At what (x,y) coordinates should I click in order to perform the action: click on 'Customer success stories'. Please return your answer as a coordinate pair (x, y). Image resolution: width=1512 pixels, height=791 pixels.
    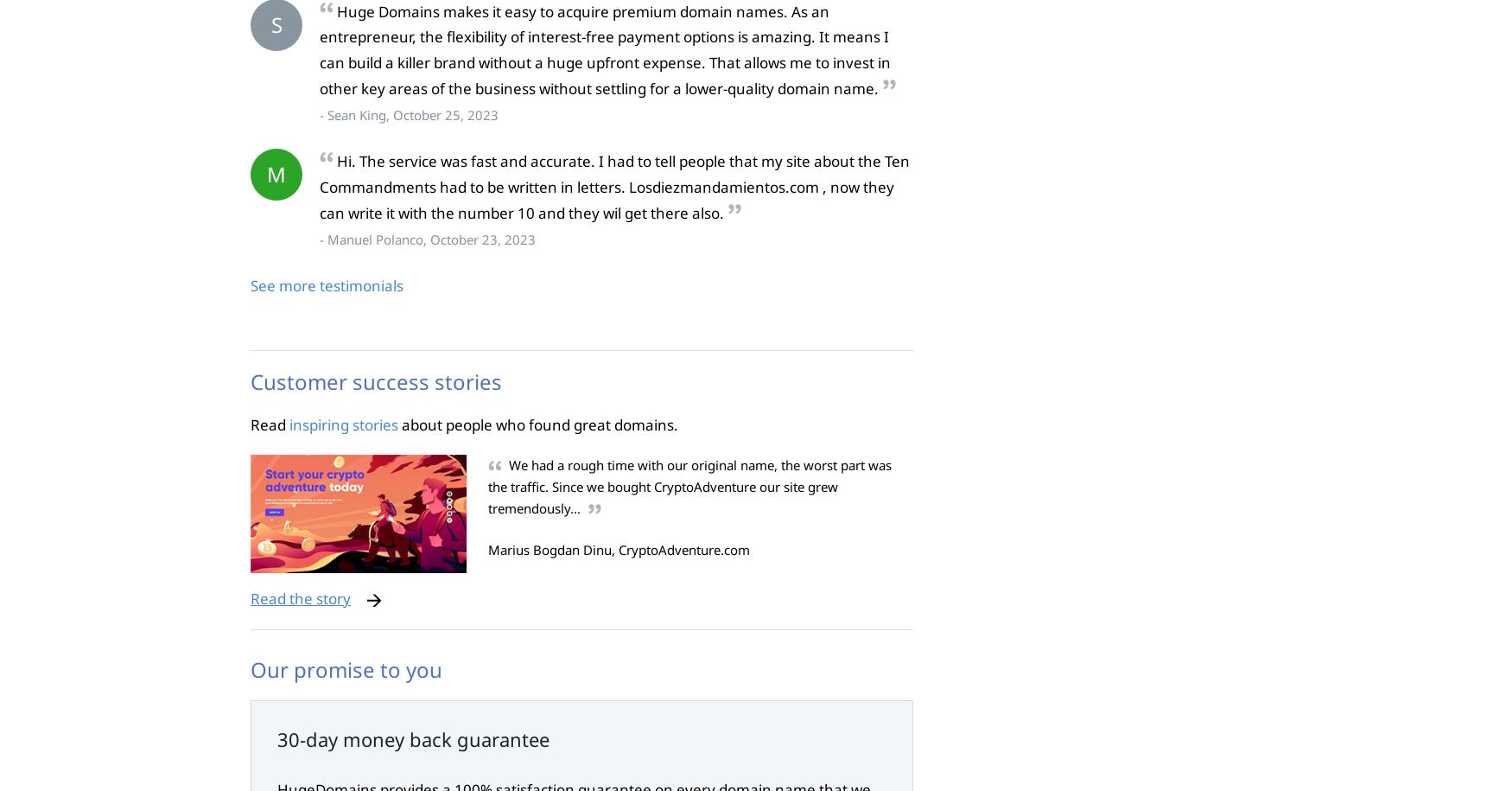
    Looking at the image, I should click on (375, 380).